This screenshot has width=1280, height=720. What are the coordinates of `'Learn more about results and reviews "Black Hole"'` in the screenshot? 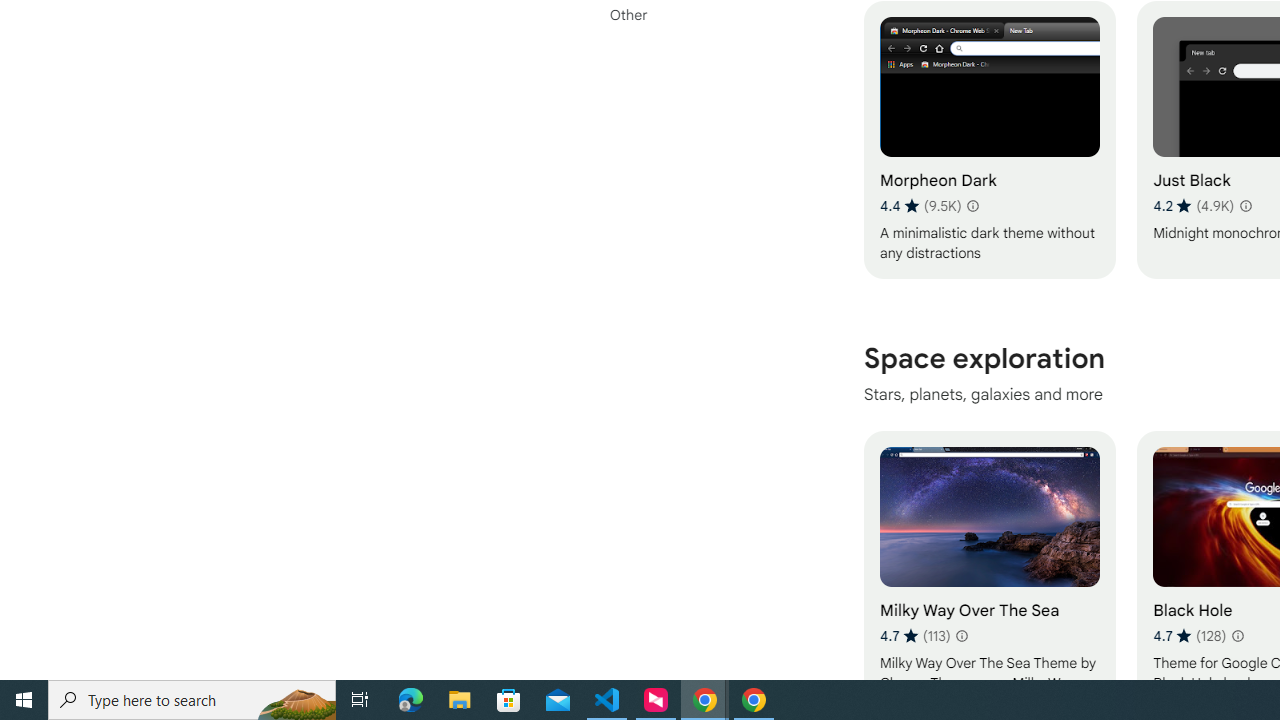 It's located at (1236, 636).